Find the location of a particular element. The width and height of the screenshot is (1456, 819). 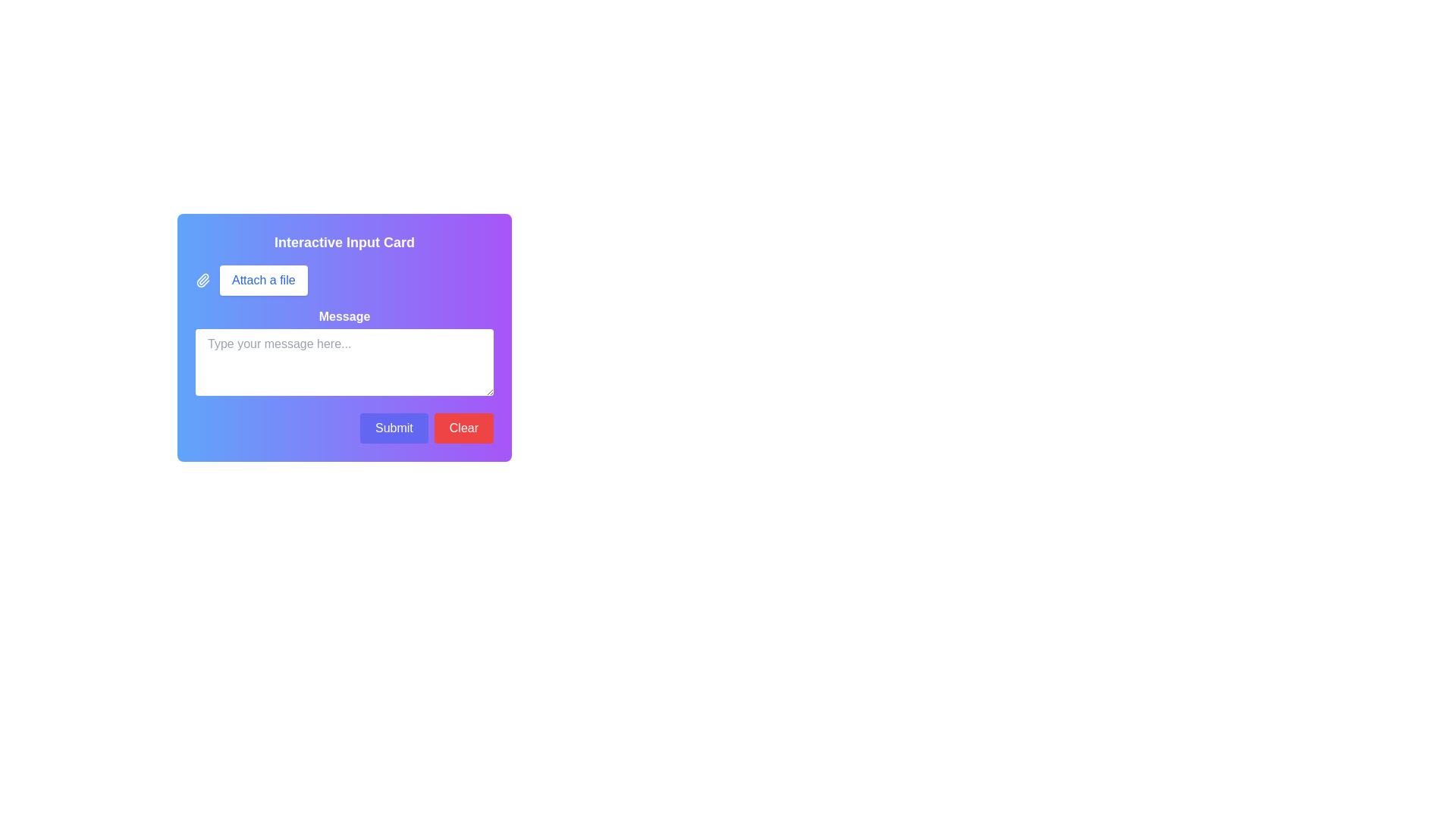

the button located to the right of the paperclip icon, which serves to attach files, to initiate a file selection dialog is located at coordinates (262, 281).